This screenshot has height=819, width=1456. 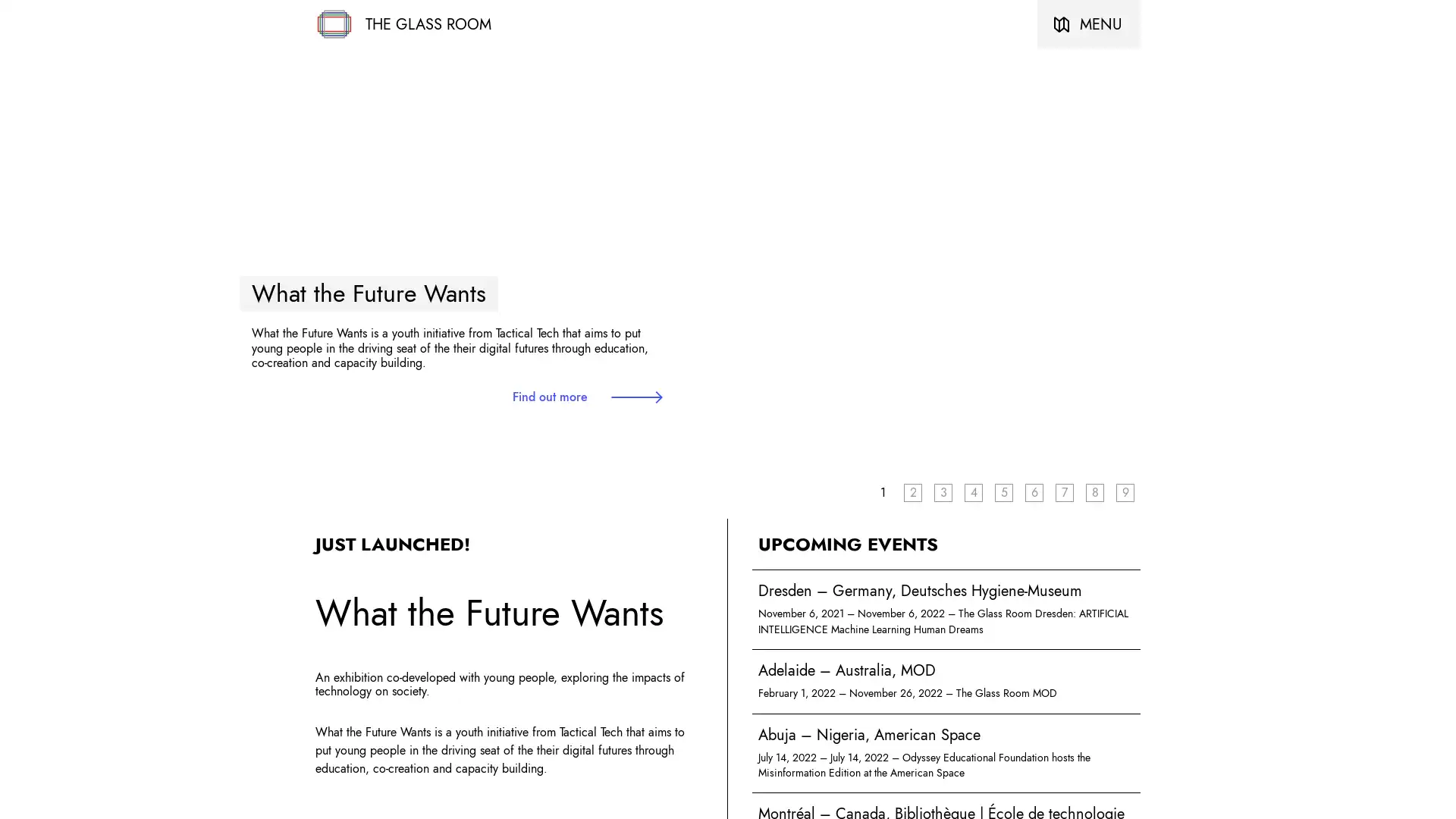 I want to click on slide item 1, so click(x=882, y=491).